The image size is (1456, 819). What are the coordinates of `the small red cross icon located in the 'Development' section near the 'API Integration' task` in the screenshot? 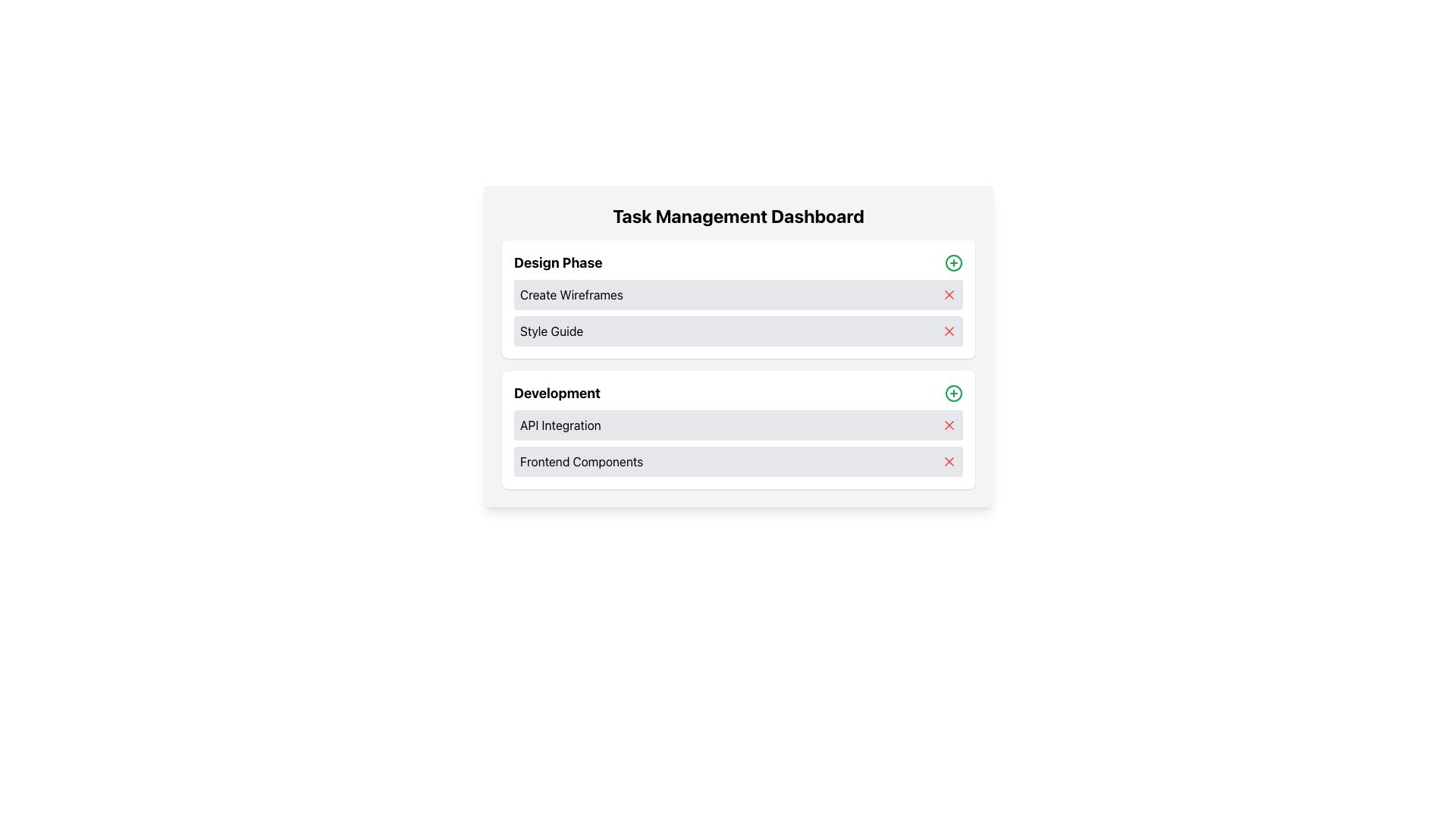 It's located at (949, 425).